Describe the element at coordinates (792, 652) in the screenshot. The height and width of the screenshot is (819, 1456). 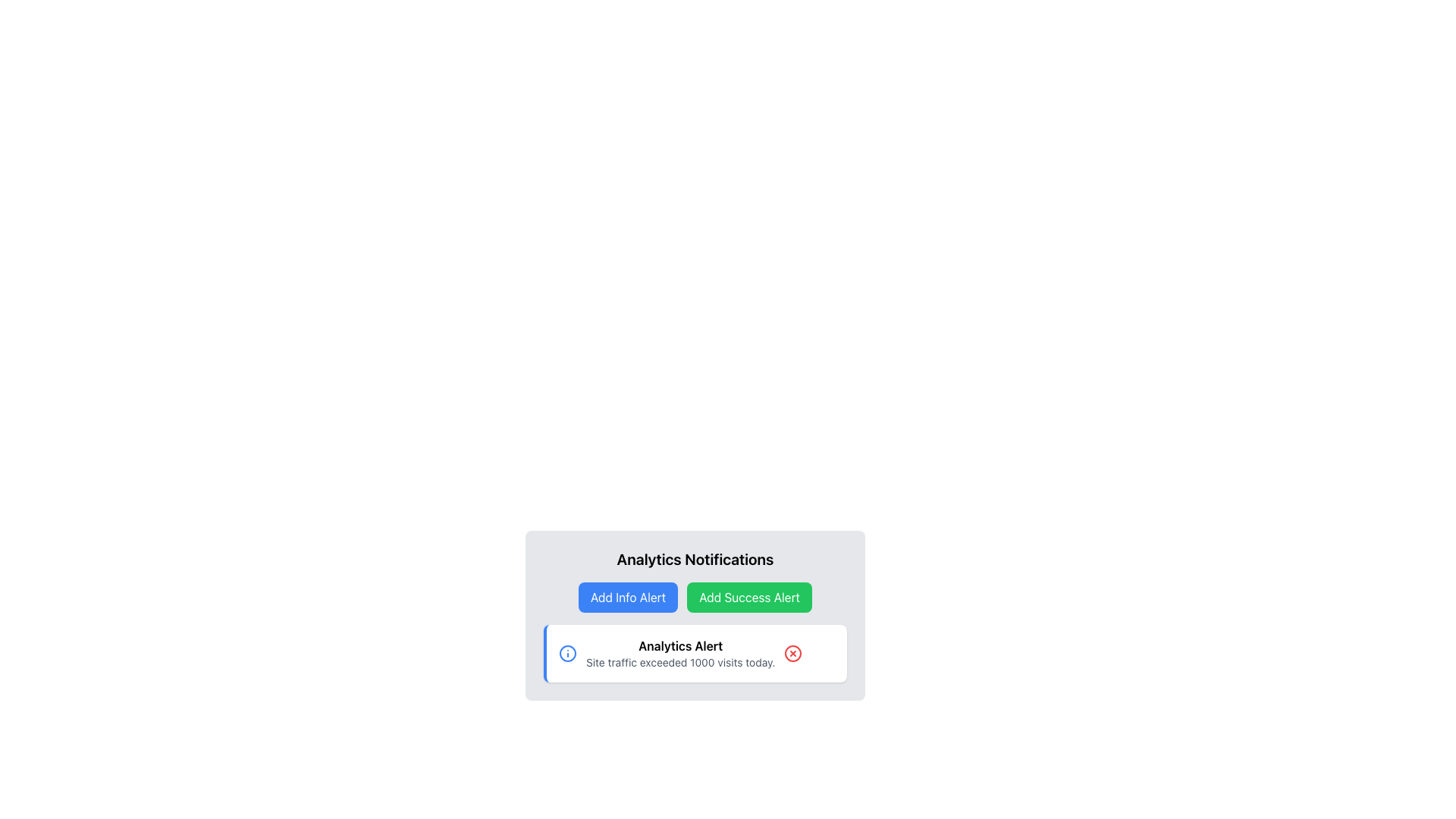
I see `the Close icon located in the bottom right area of the 'Analytics Alert' notification card` at that location.